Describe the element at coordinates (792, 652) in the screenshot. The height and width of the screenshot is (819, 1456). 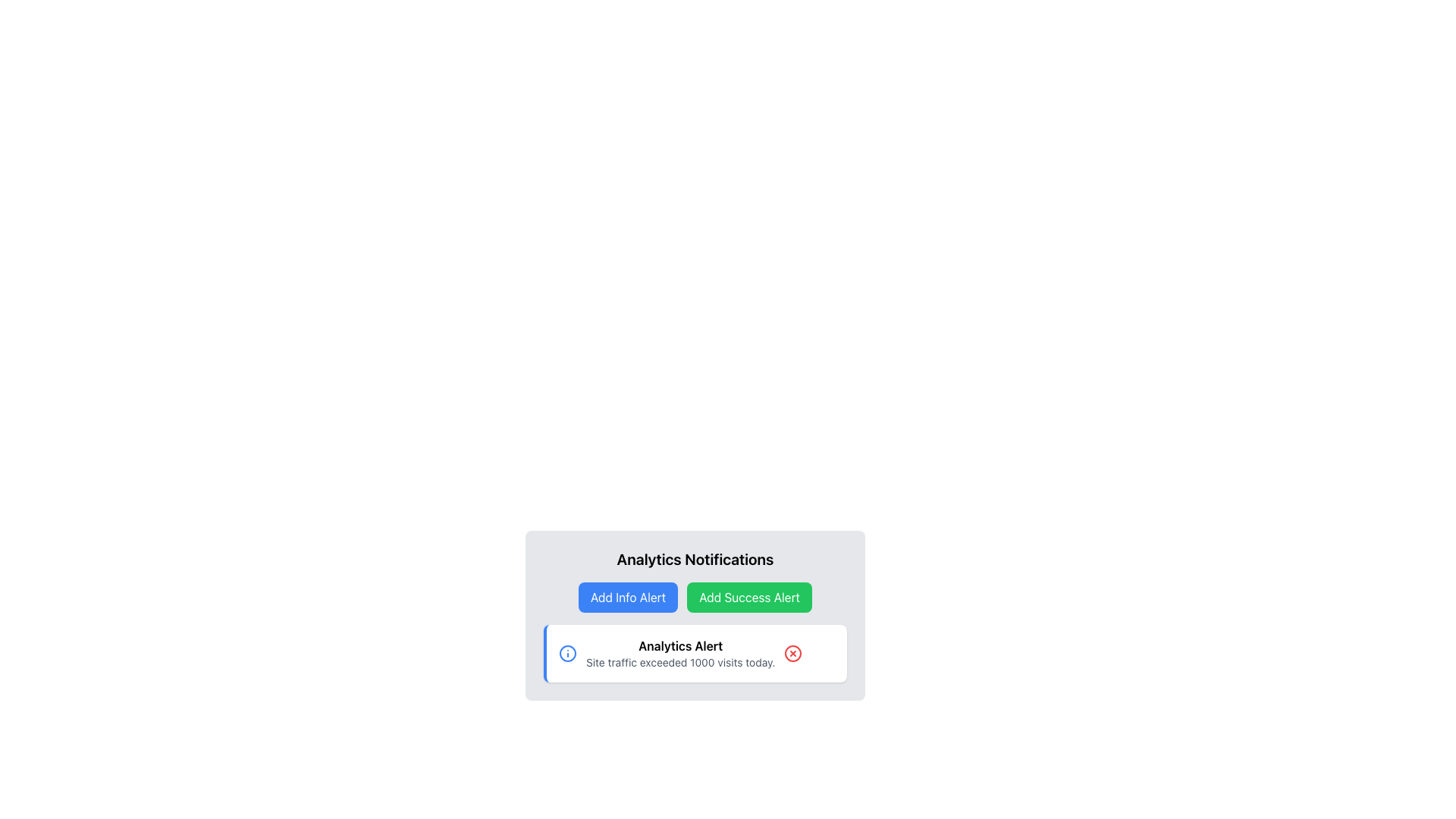
I see `the Close icon located in the bottom right area of the 'Analytics Alert' notification card` at that location.